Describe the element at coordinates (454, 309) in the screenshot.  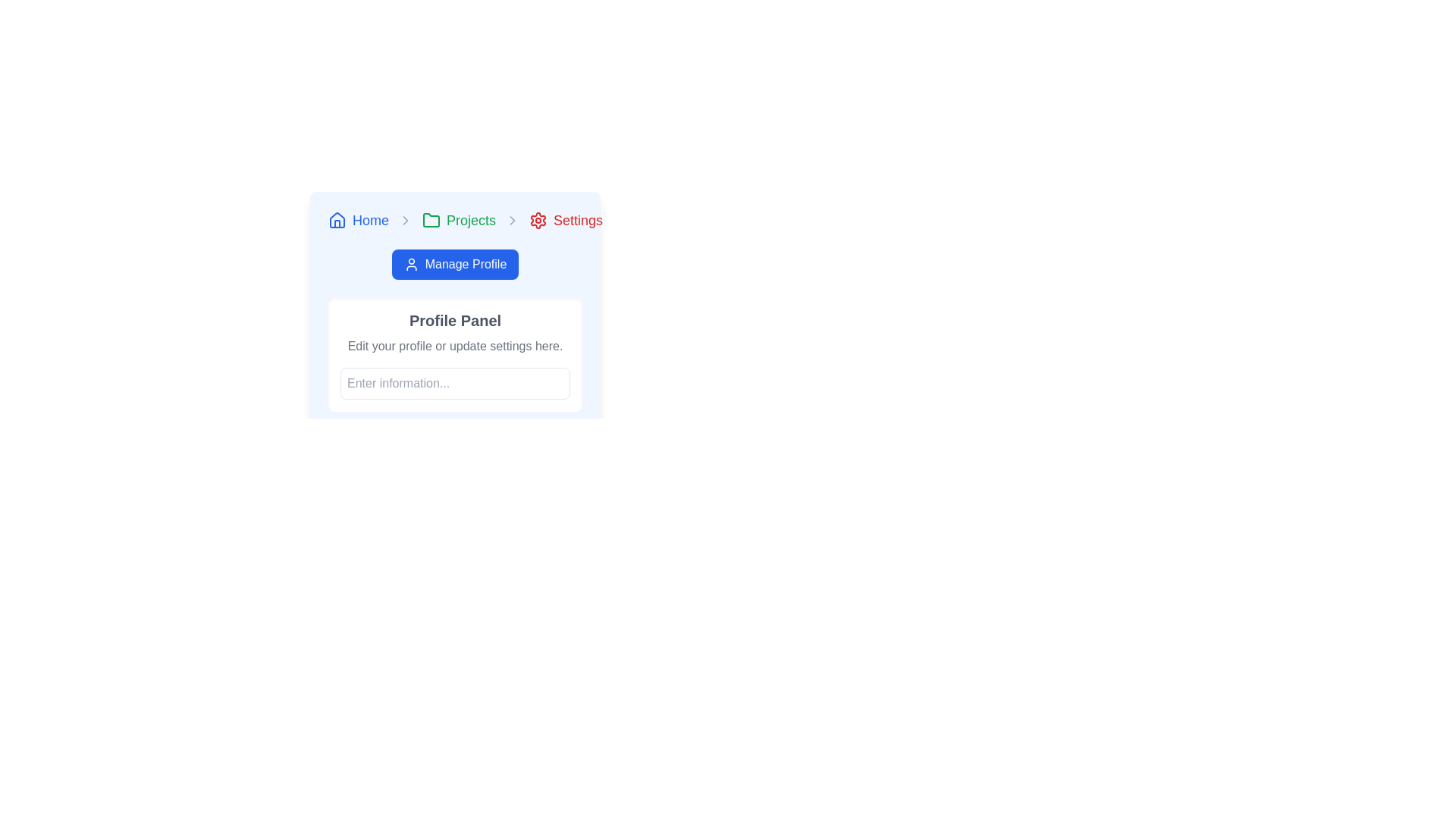
I see `the 'Manage Profile' button above the 'Profile Panel' informational panel` at that location.